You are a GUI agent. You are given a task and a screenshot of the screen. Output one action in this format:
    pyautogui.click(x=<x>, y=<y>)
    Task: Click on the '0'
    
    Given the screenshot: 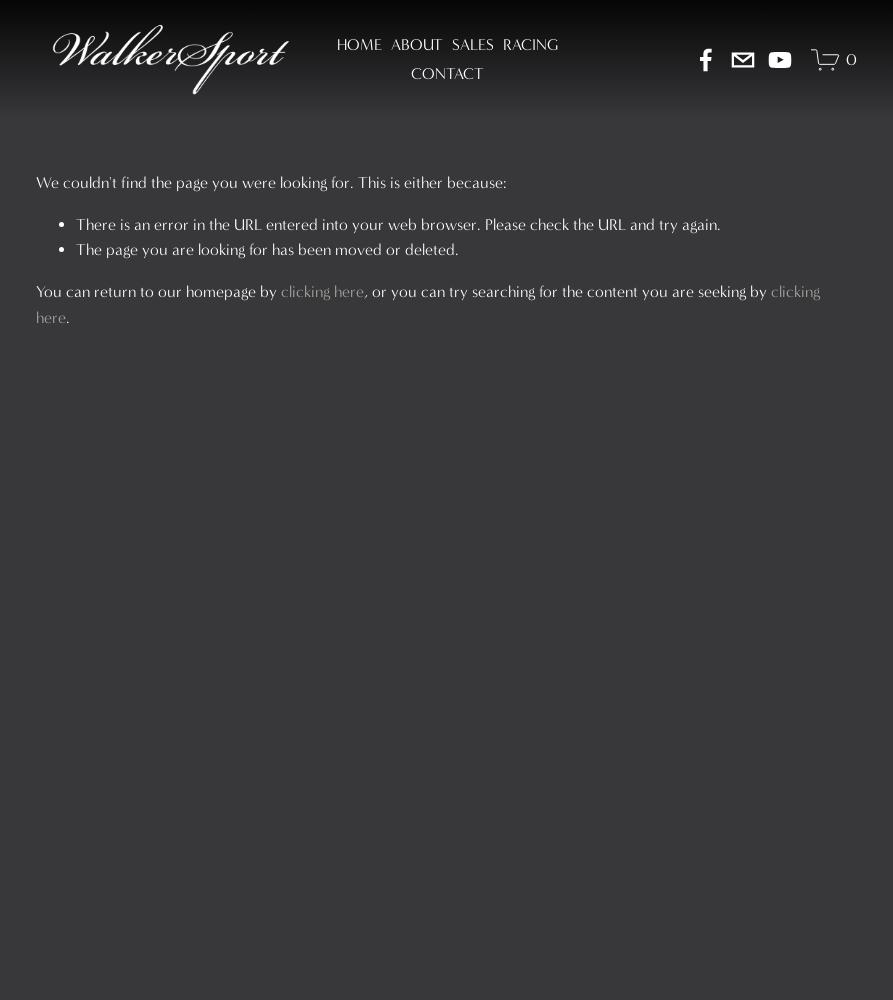 What is the action you would take?
    pyautogui.click(x=850, y=58)
    